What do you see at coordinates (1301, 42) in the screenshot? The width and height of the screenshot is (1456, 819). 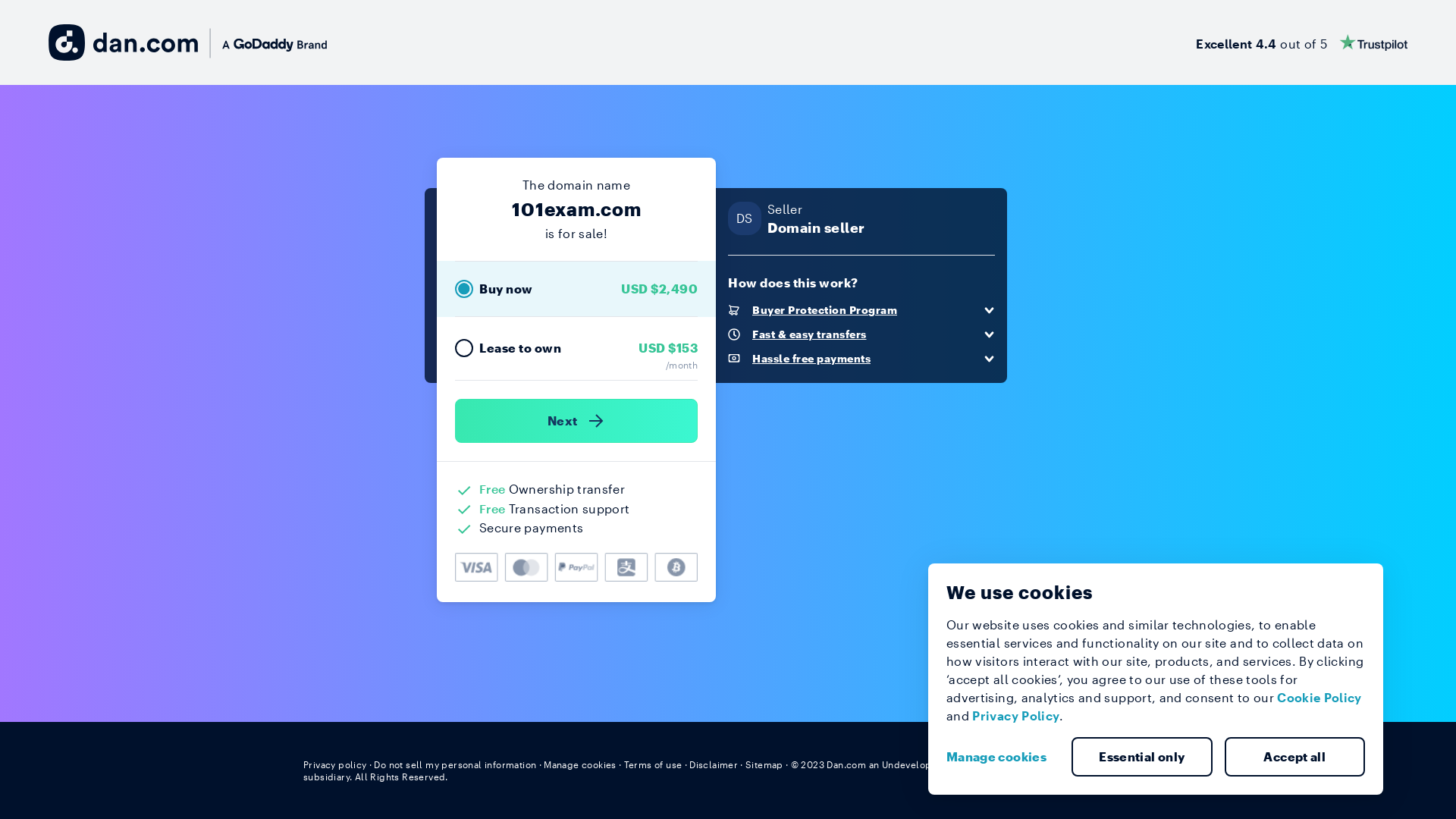 I see `'Excellent 4.4 out of 5'` at bounding box center [1301, 42].